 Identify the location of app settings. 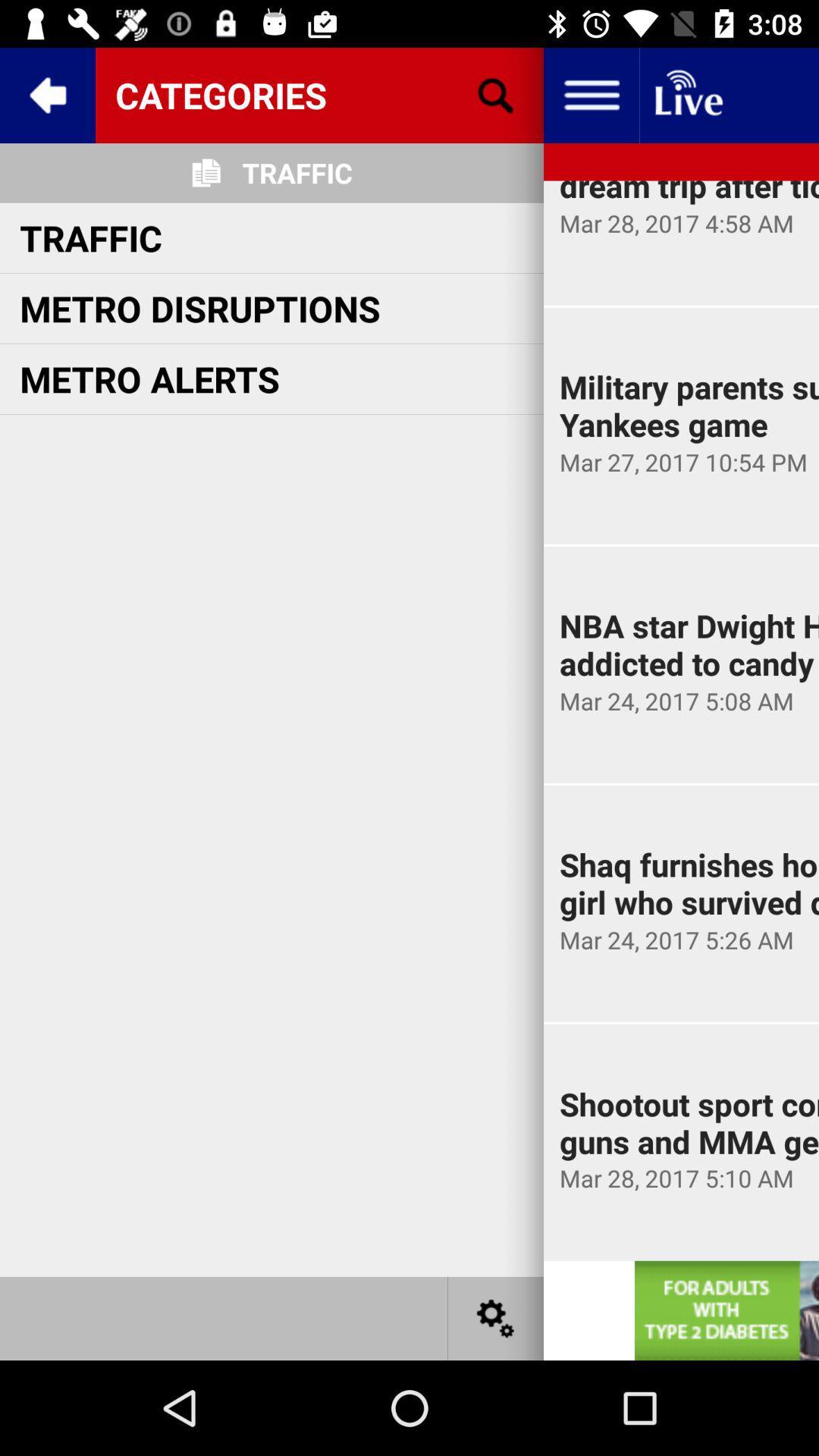
(496, 1317).